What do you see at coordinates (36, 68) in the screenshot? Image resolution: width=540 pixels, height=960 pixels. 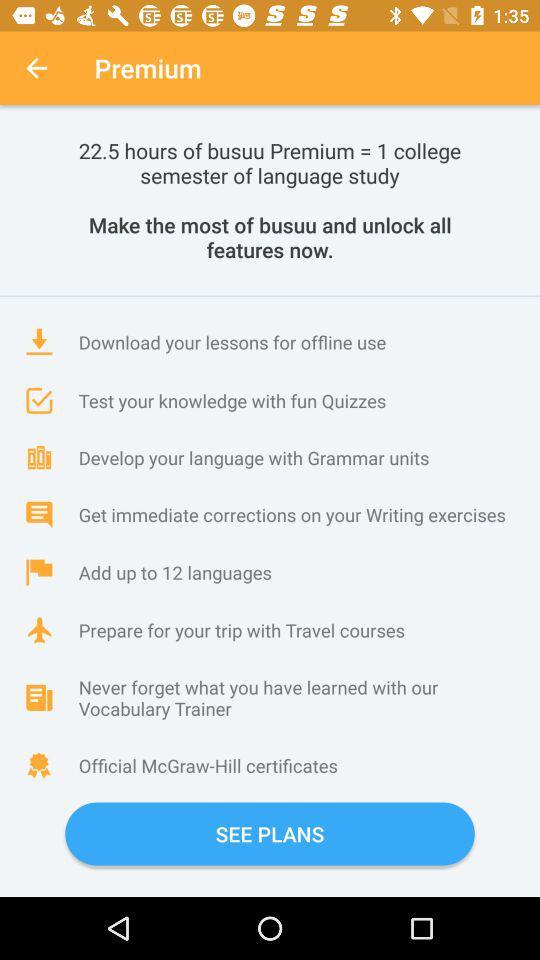 I see `the icon to the left of premium` at bounding box center [36, 68].